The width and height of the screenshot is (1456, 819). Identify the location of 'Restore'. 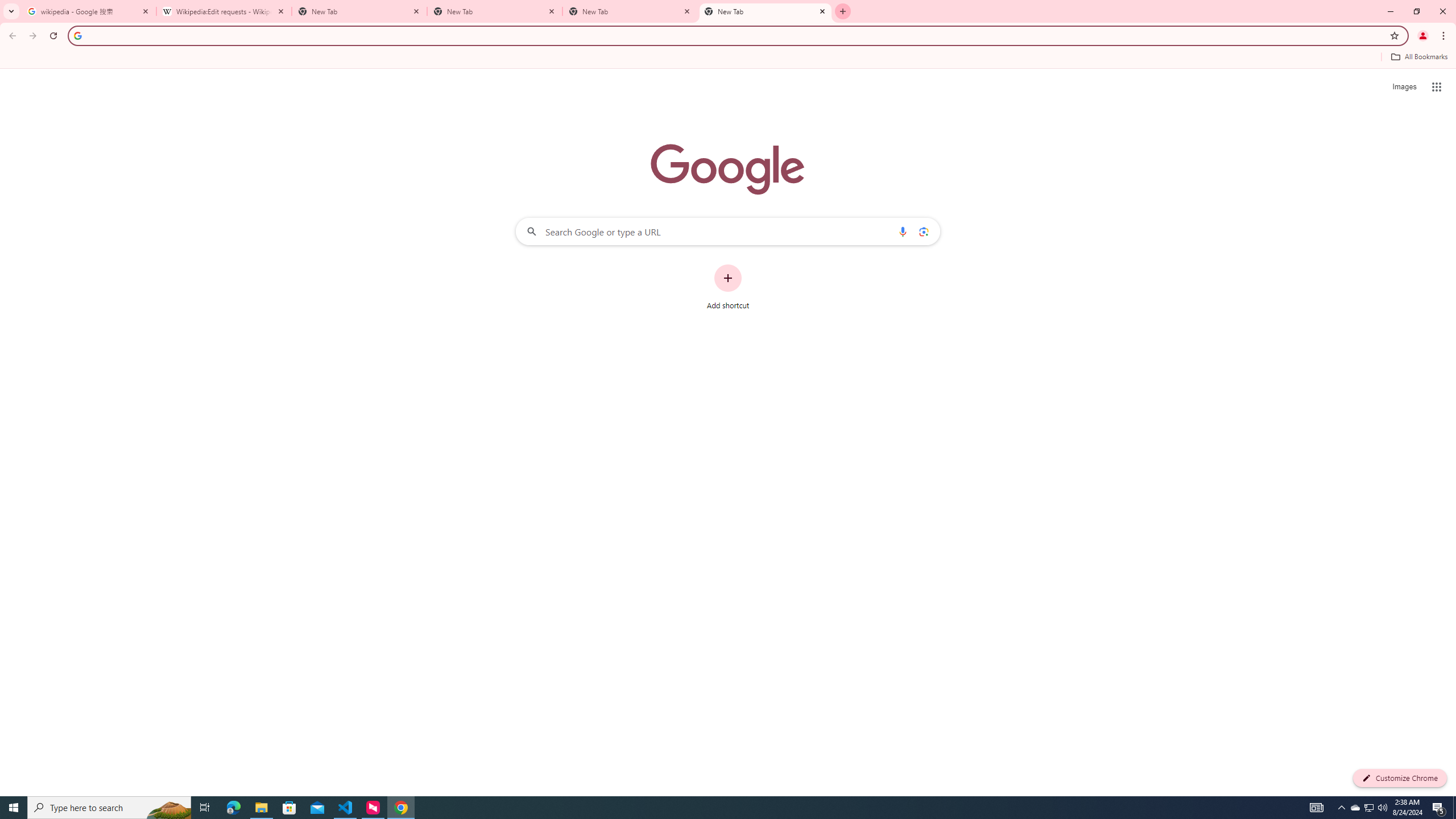
(1416, 11).